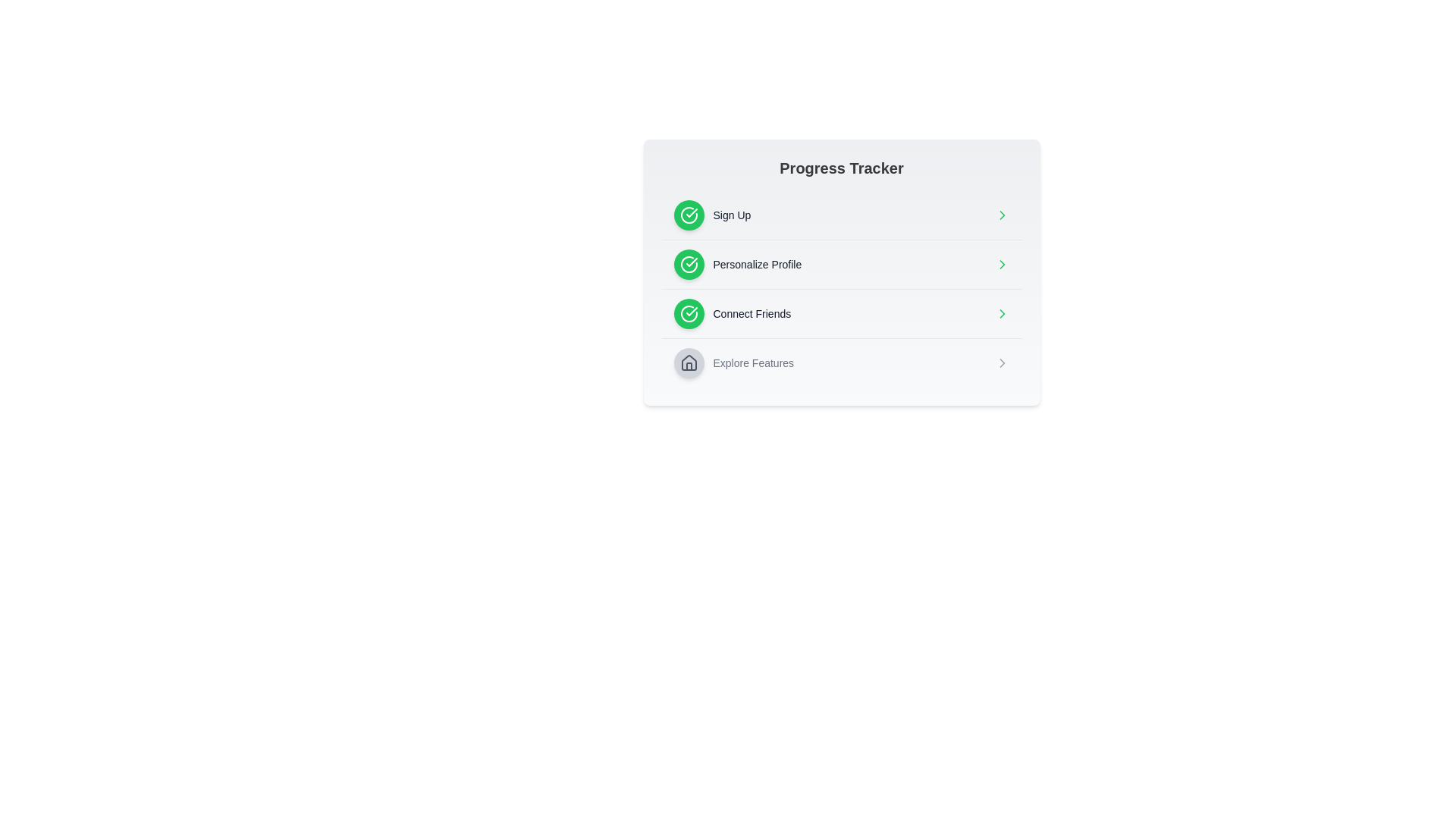 The image size is (1456, 819). What do you see at coordinates (1002, 362) in the screenshot?
I see `the right-pointing gray arrow icon, which is the fourth item in the list of progress indicators located below the 'Connect Friends' item` at bounding box center [1002, 362].